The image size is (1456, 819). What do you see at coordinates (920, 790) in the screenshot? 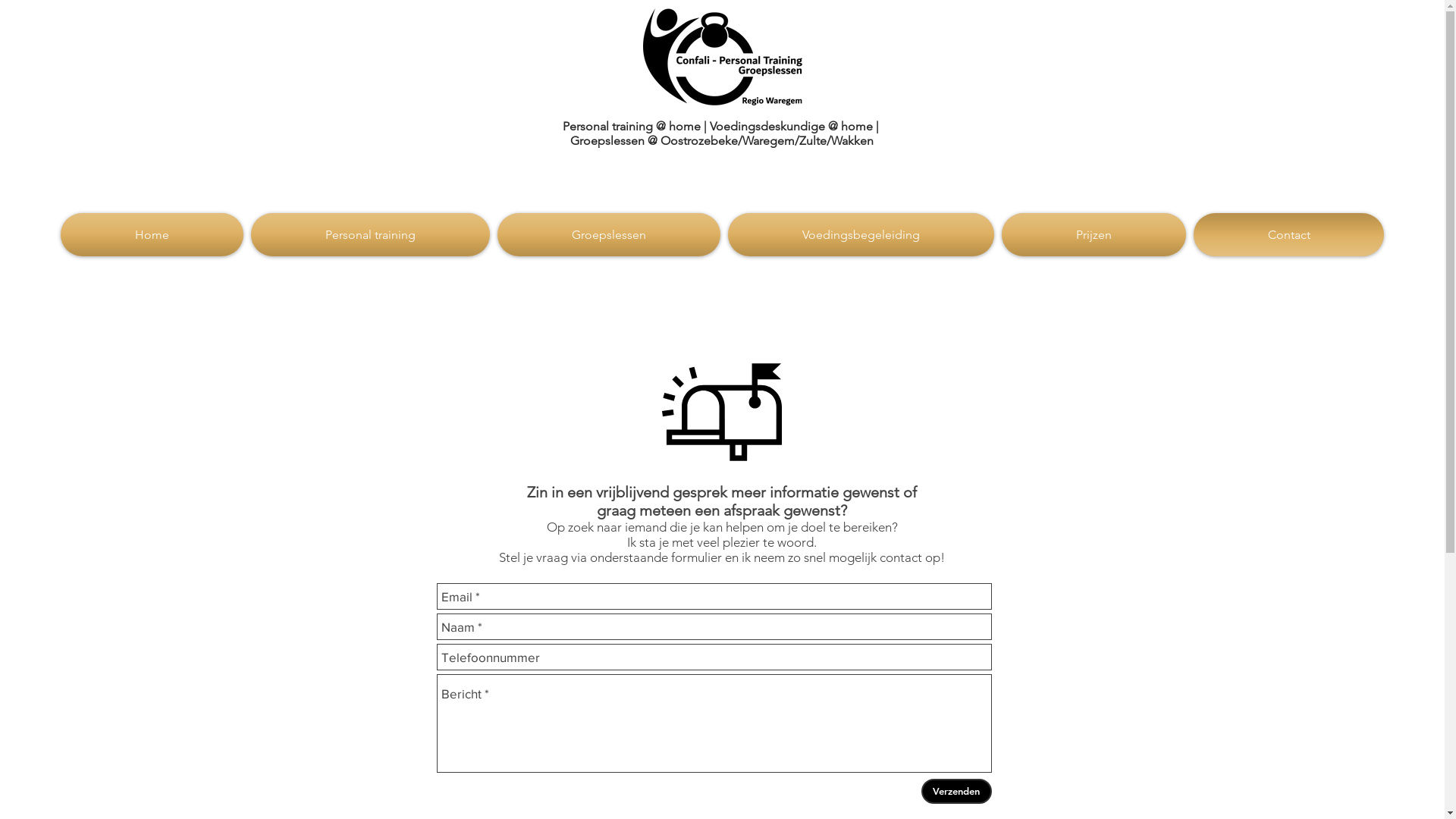
I see `'Verzenden'` at bounding box center [920, 790].